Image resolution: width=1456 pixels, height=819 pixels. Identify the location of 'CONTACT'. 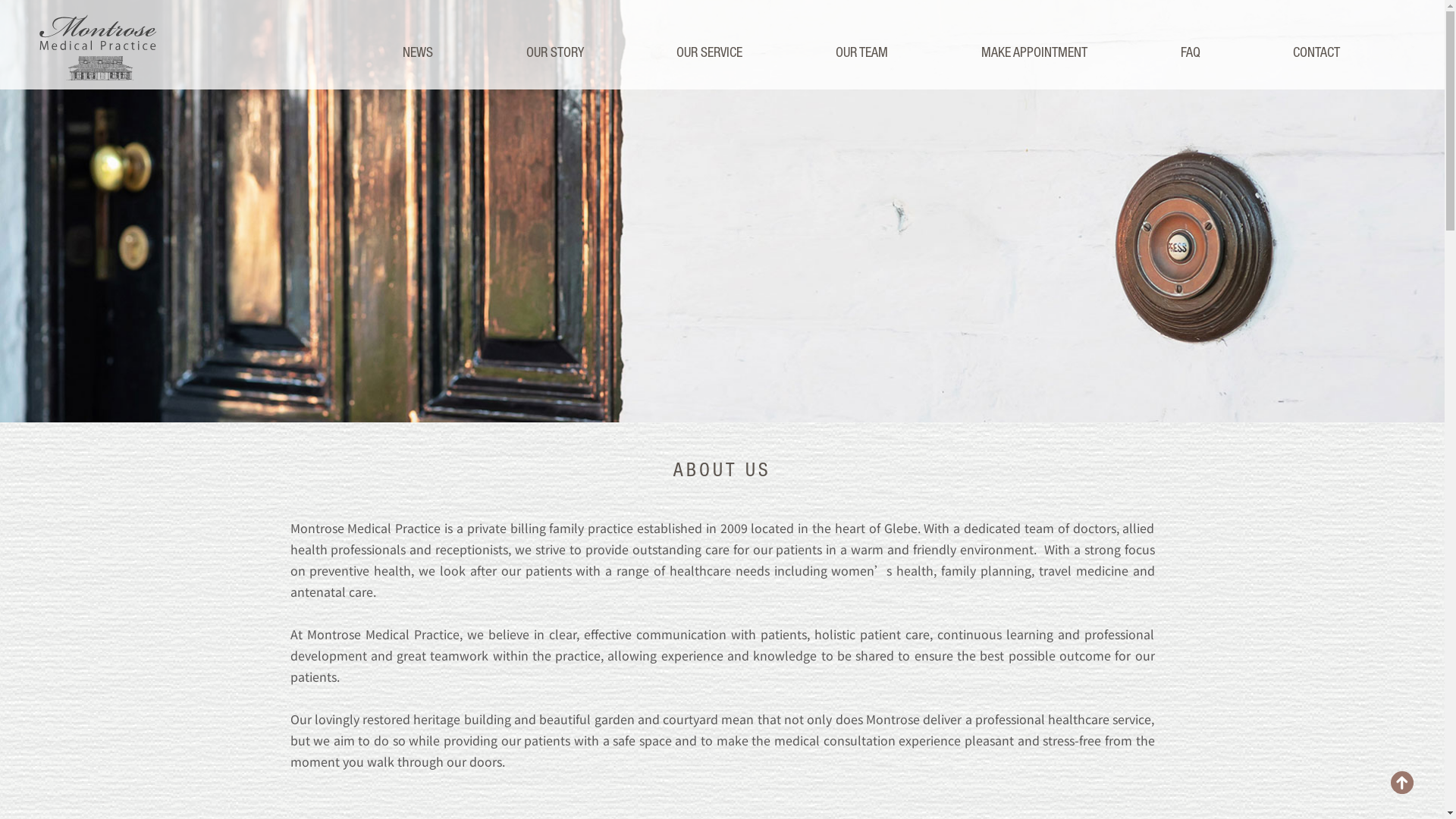
(1316, 52).